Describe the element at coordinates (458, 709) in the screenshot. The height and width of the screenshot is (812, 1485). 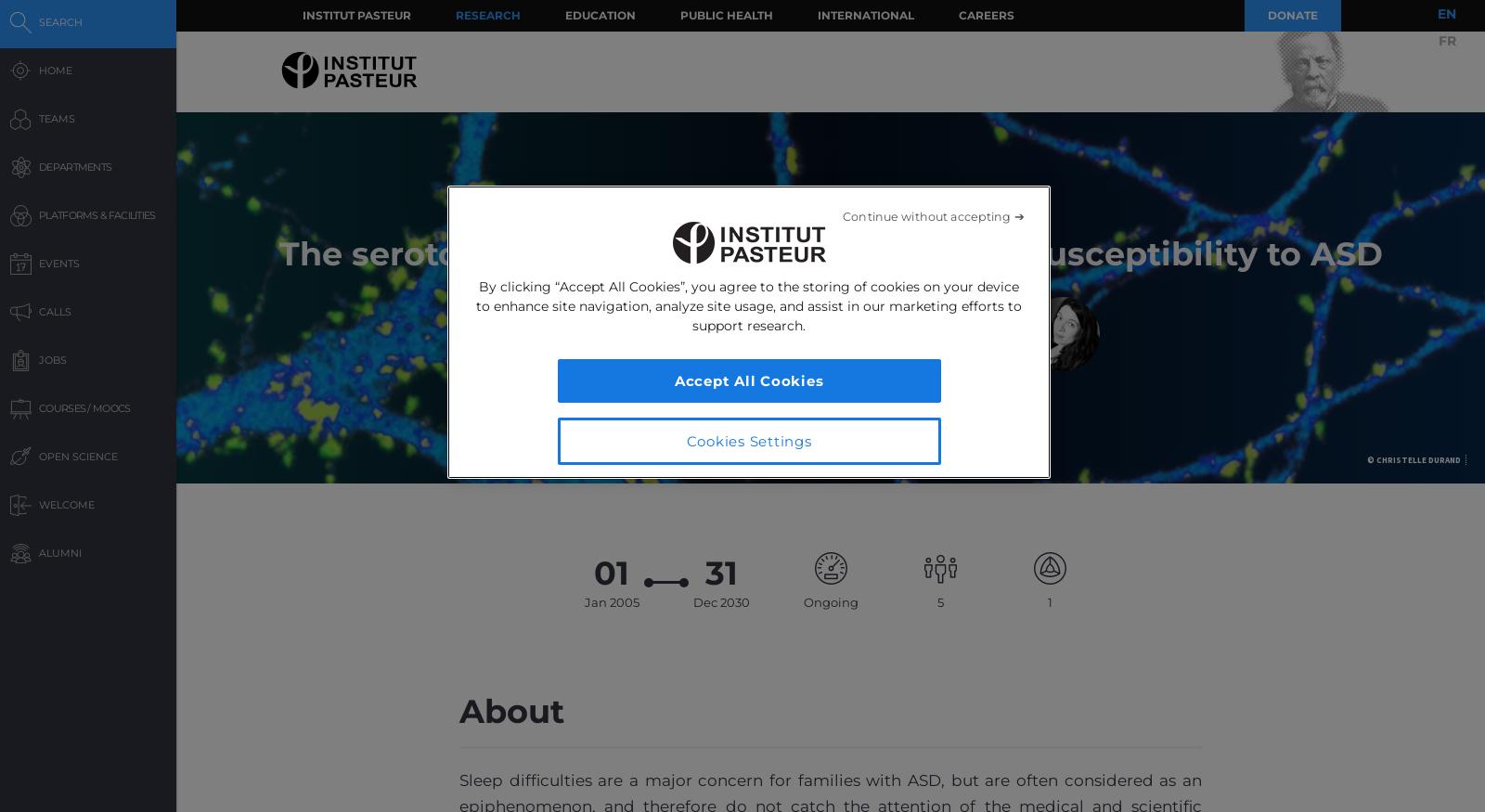
I see `'About'` at that location.